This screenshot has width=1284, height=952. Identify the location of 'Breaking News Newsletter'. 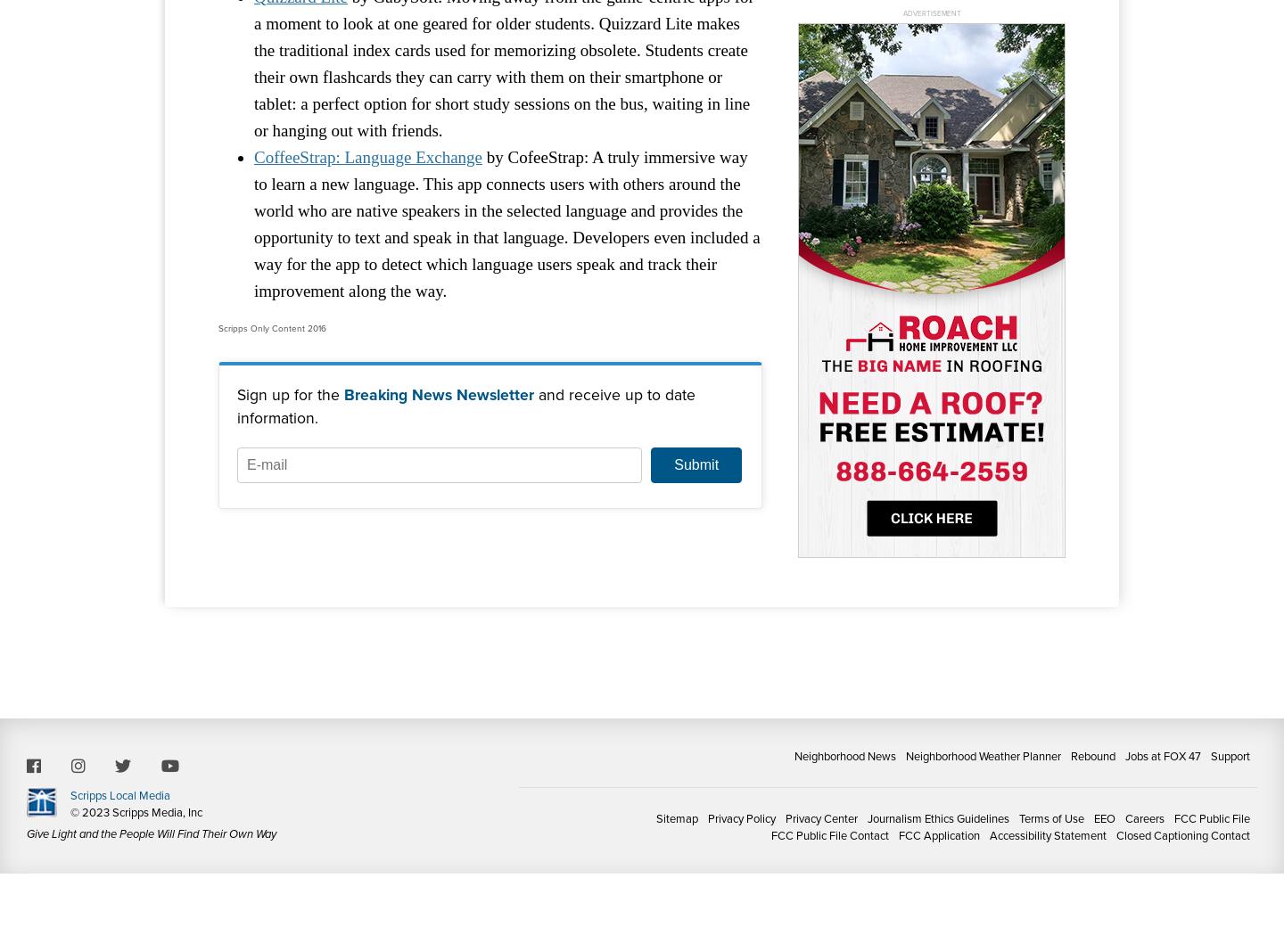
(343, 394).